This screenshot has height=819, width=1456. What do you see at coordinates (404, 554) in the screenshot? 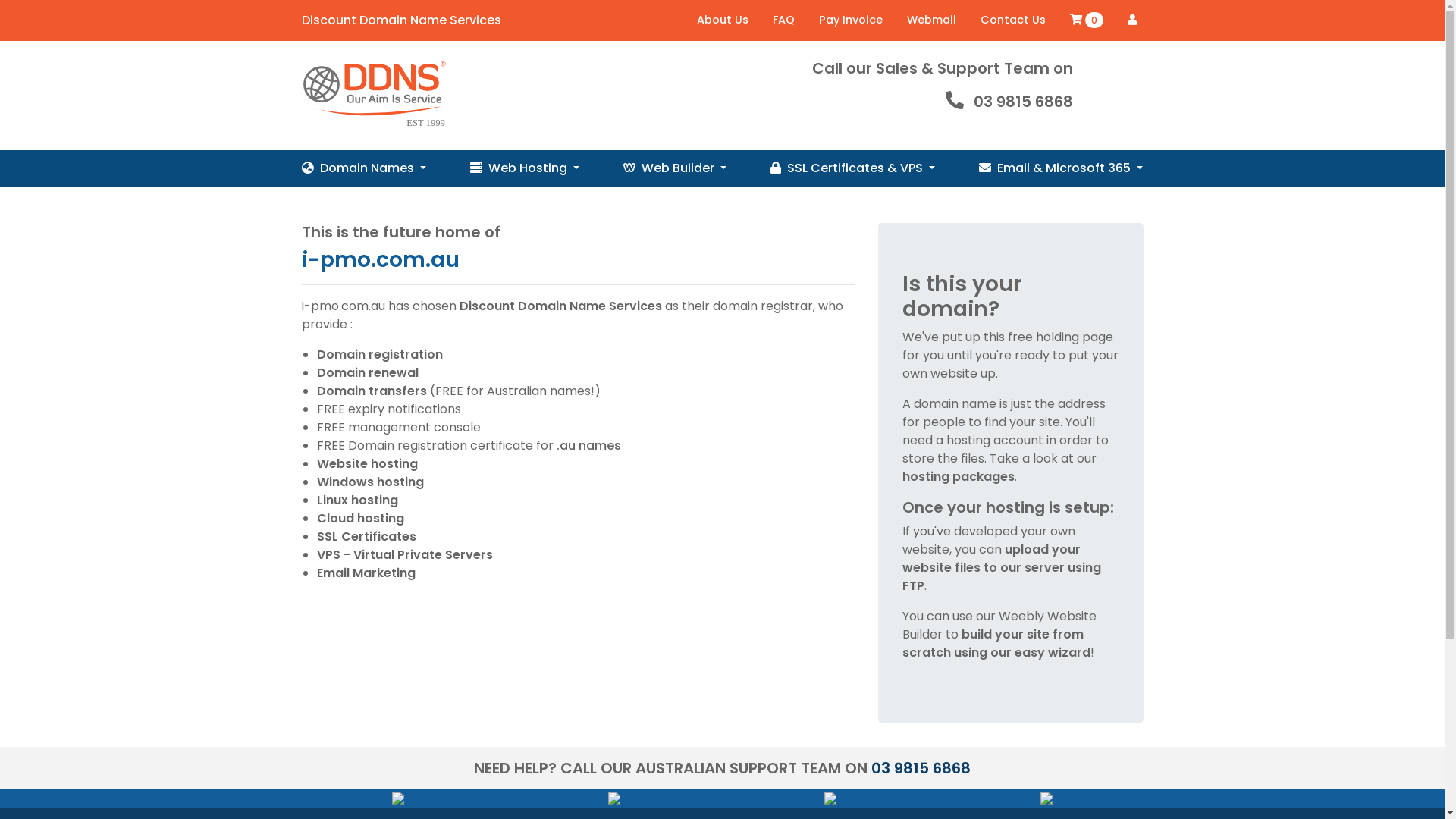
I see `'VPS - Virtual Private Servers'` at bounding box center [404, 554].